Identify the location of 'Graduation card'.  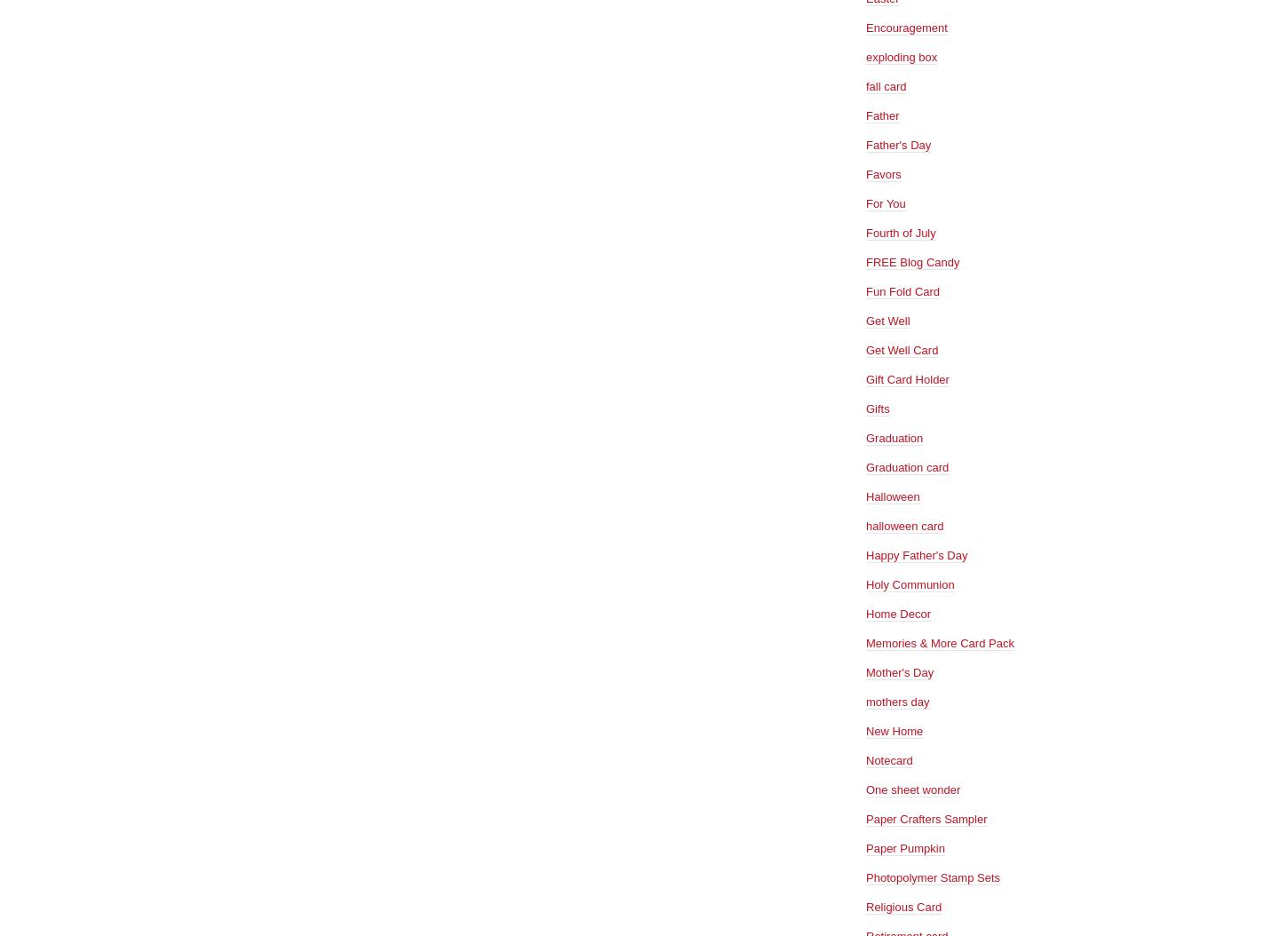
(907, 465).